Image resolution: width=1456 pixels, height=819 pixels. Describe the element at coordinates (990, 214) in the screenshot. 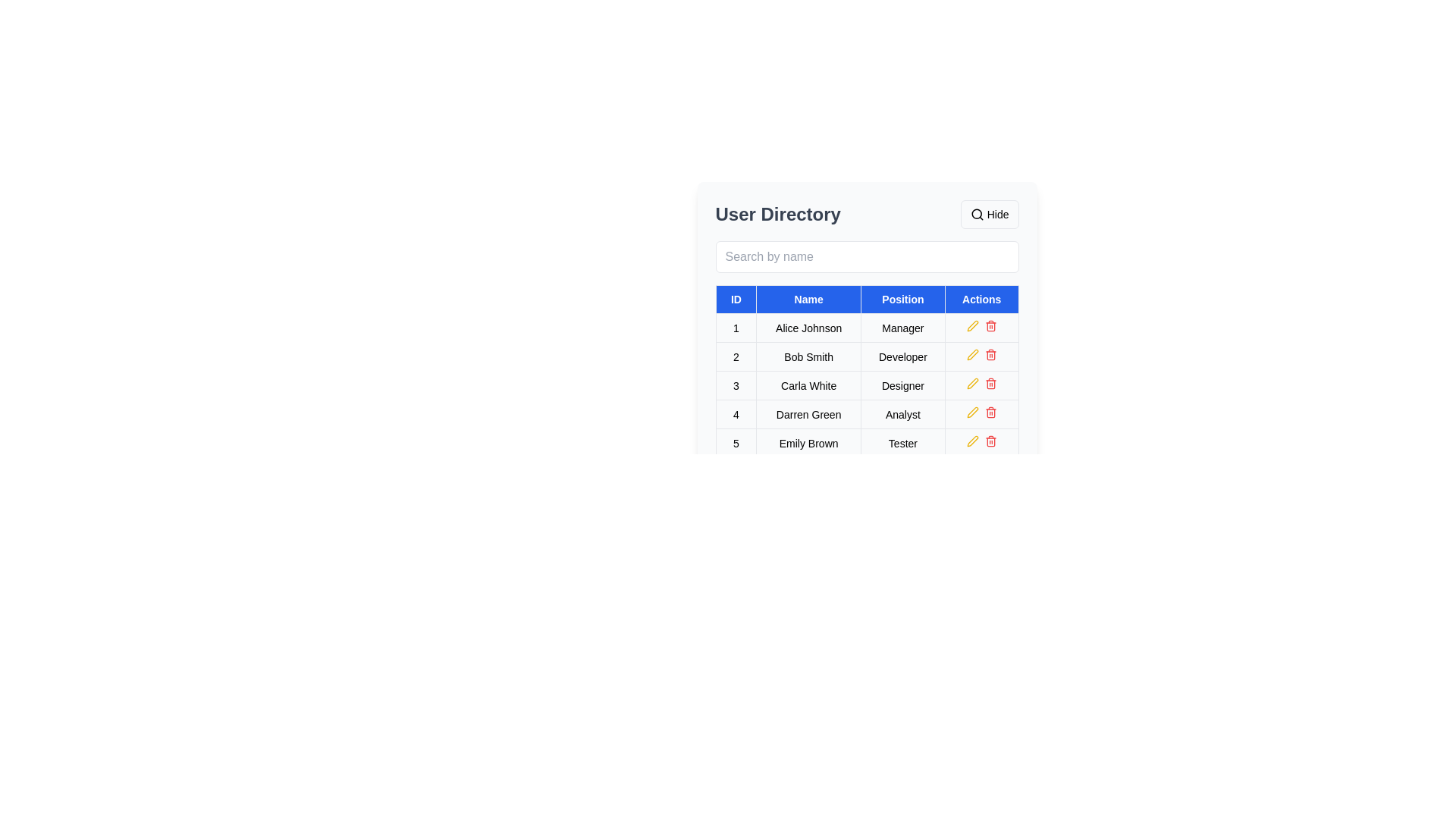

I see `the 'hide' button located at the top-right corner of the user directory UI component, positioned beside the header text 'User Directory' to change its appearance` at that location.